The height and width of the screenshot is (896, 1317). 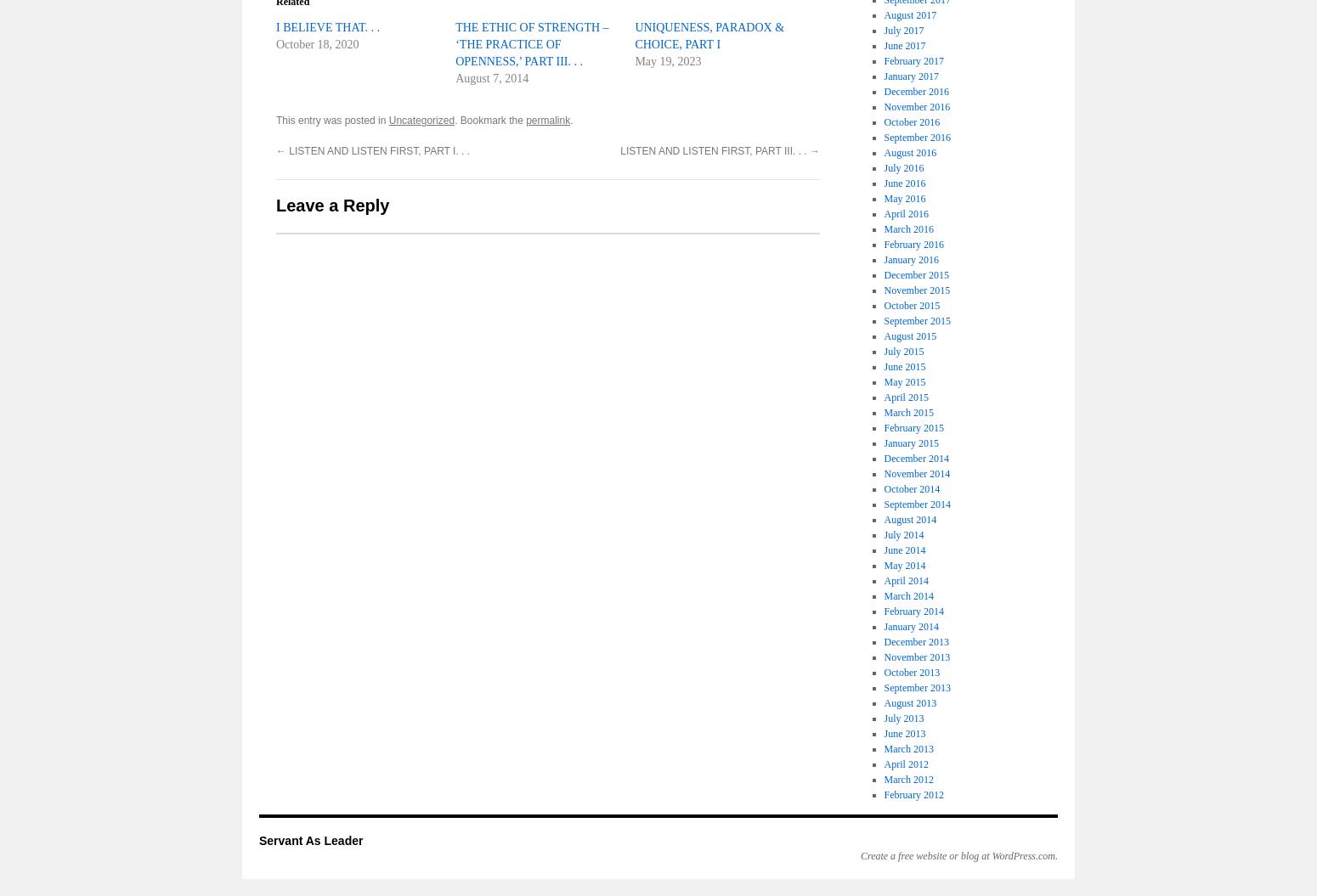 I want to click on 'August 2016', so click(x=910, y=151).